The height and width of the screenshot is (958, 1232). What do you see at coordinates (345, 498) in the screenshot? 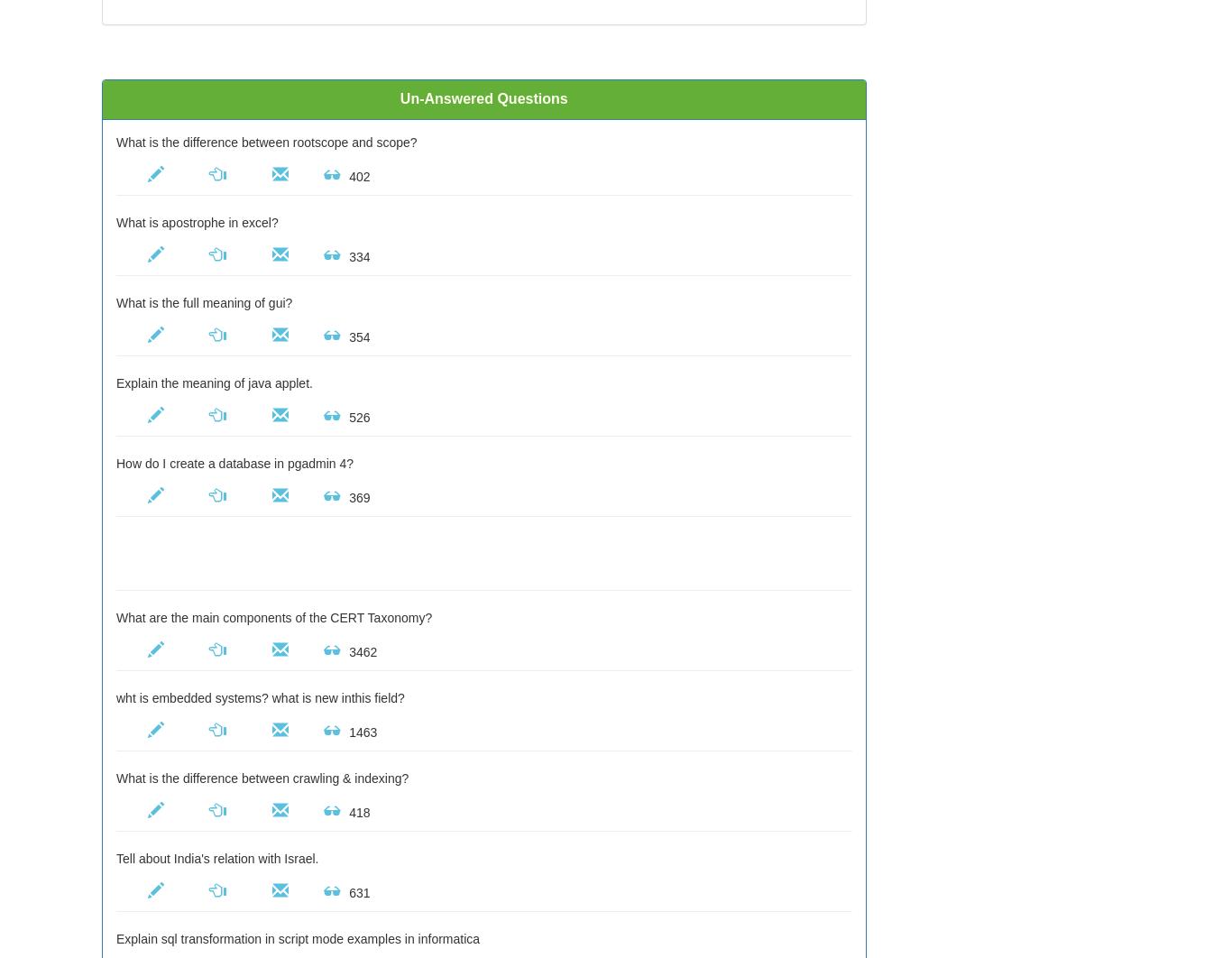
I see `'369'` at bounding box center [345, 498].